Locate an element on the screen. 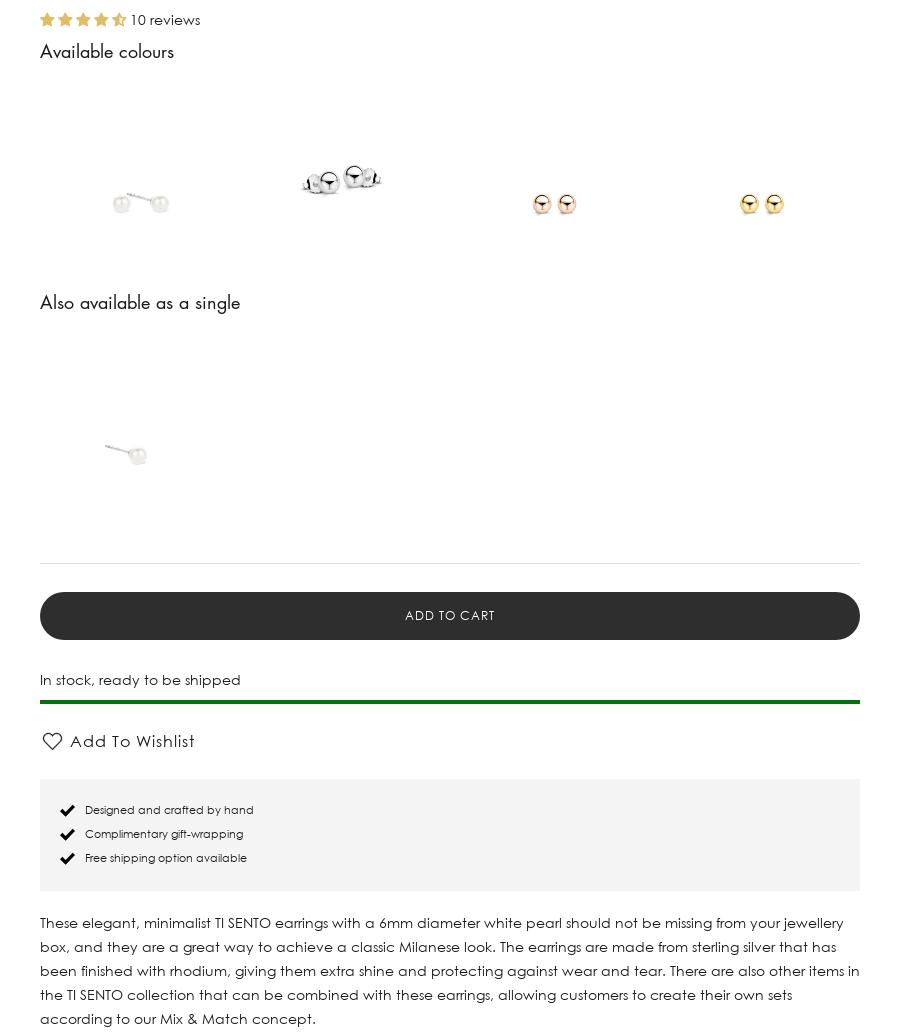 This screenshot has width=900, height=1034. 'Available colours' is located at coordinates (106, 50).